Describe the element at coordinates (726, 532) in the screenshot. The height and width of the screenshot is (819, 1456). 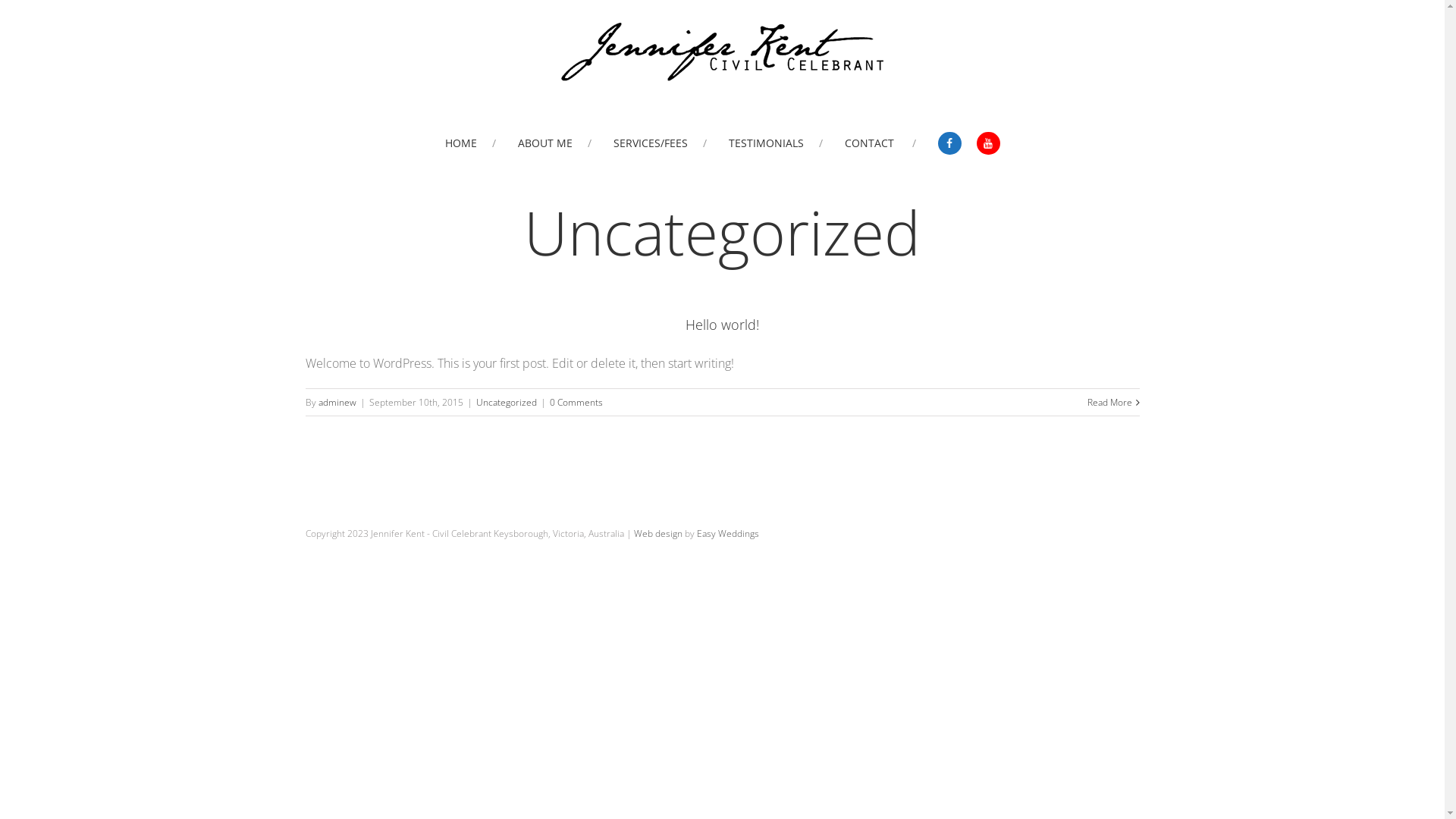
I see `'Easy Weddings'` at that location.